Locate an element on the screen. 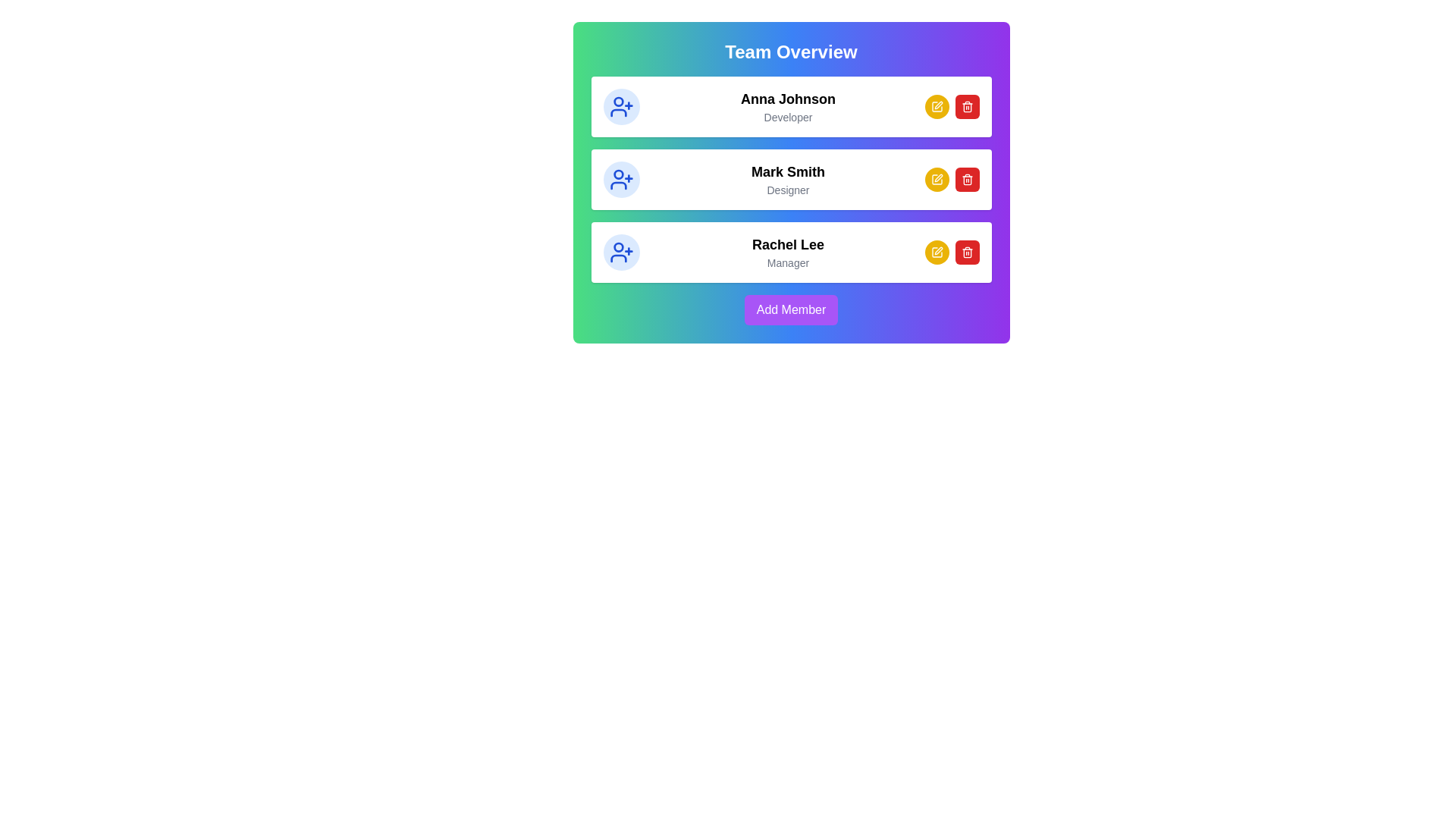  the delete button for the user entry associated with 'Rachel Lee', which is the third button is located at coordinates (966, 106).